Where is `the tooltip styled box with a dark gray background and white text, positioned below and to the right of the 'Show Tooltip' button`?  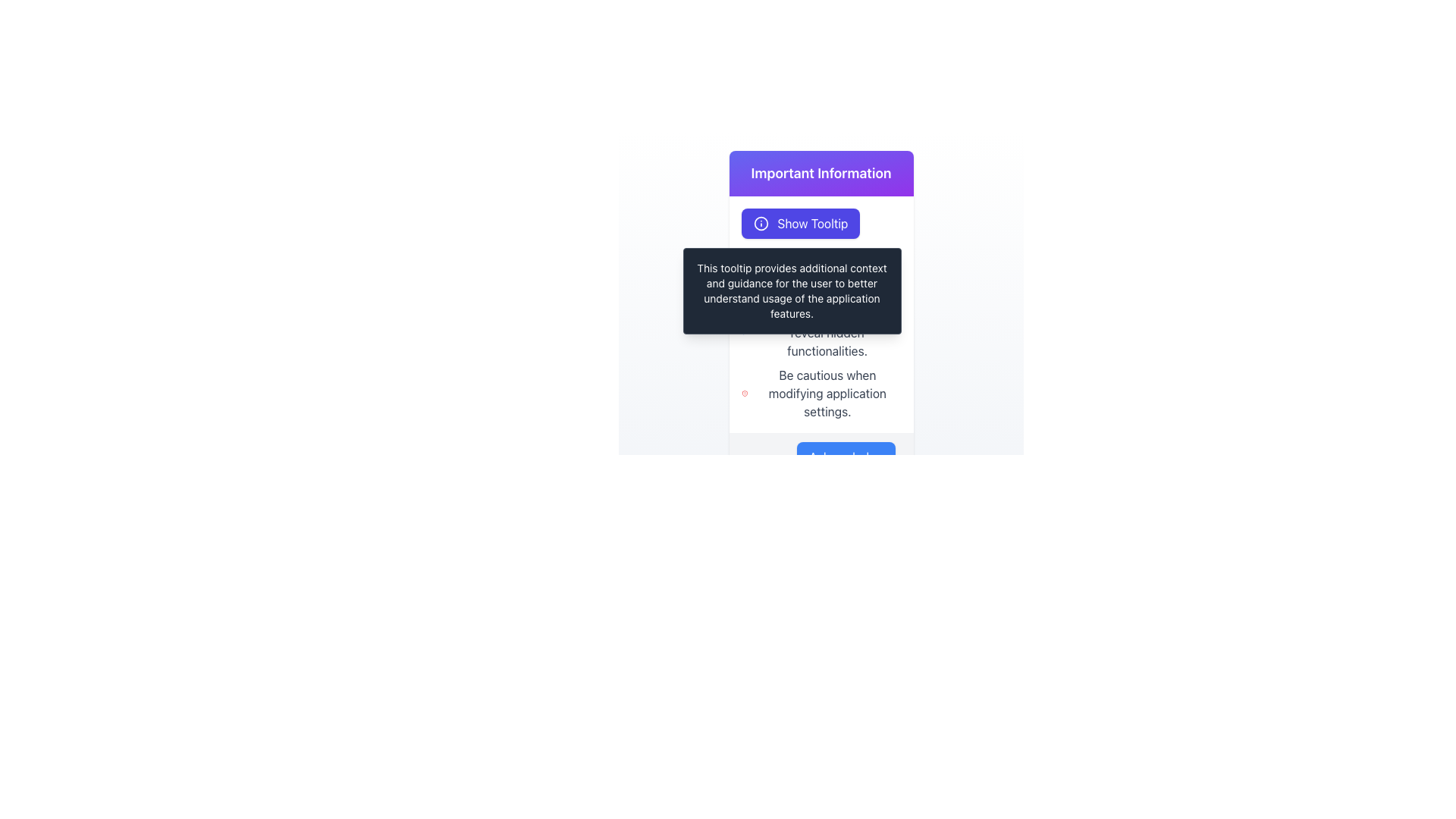
the tooltip styled box with a dark gray background and white text, positioned below and to the right of the 'Show Tooltip' button is located at coordinates (791, 291).